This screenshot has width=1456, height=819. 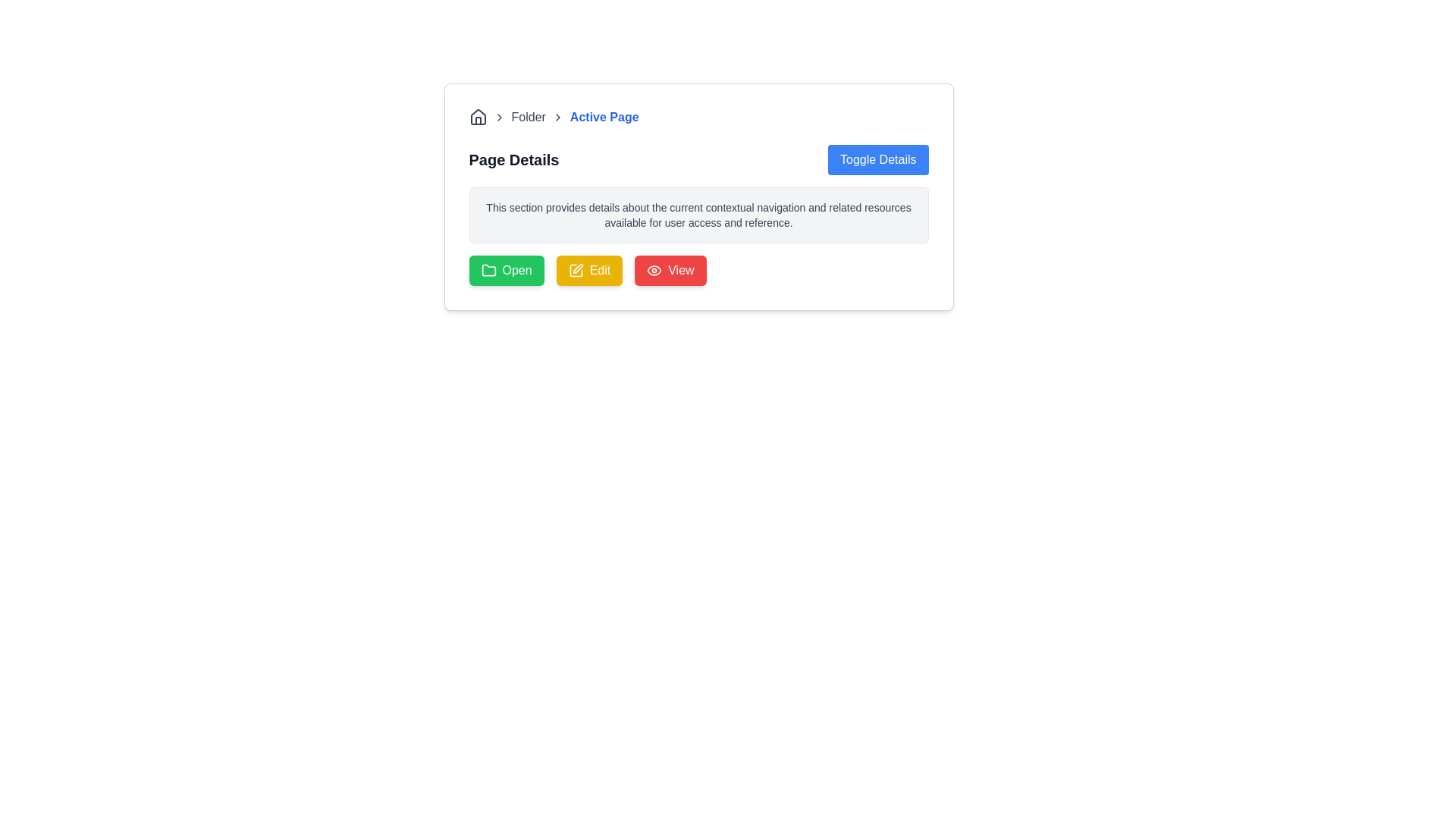 What do you see at coordinates (557, 116) in the screenshot?
I see `the chevron icon in the breadcrumb navigation bar, which is the third separator between 'Folder' and 'Active Page'` at bounding box center [557, 116].